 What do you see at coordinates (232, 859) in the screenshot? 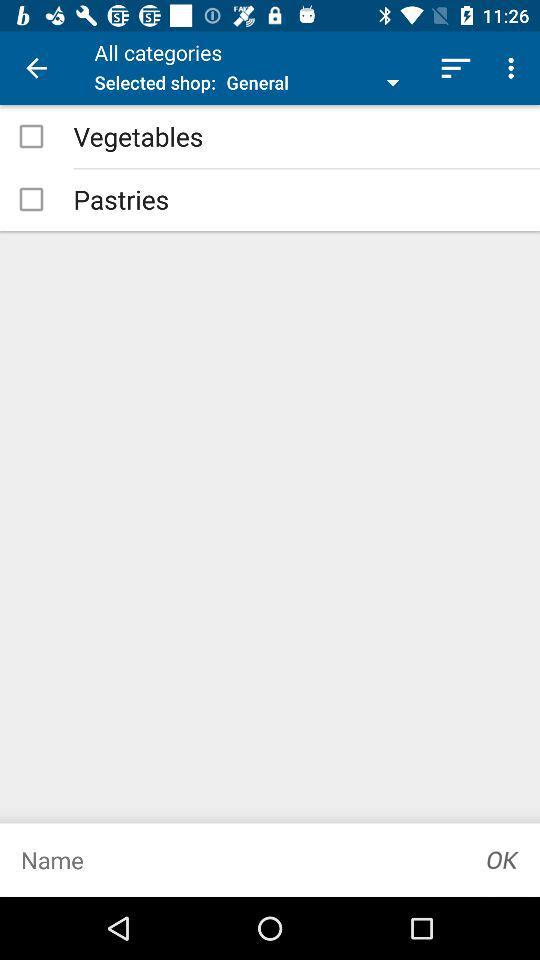
I see `type name to search` at bounding box center [232, 859].